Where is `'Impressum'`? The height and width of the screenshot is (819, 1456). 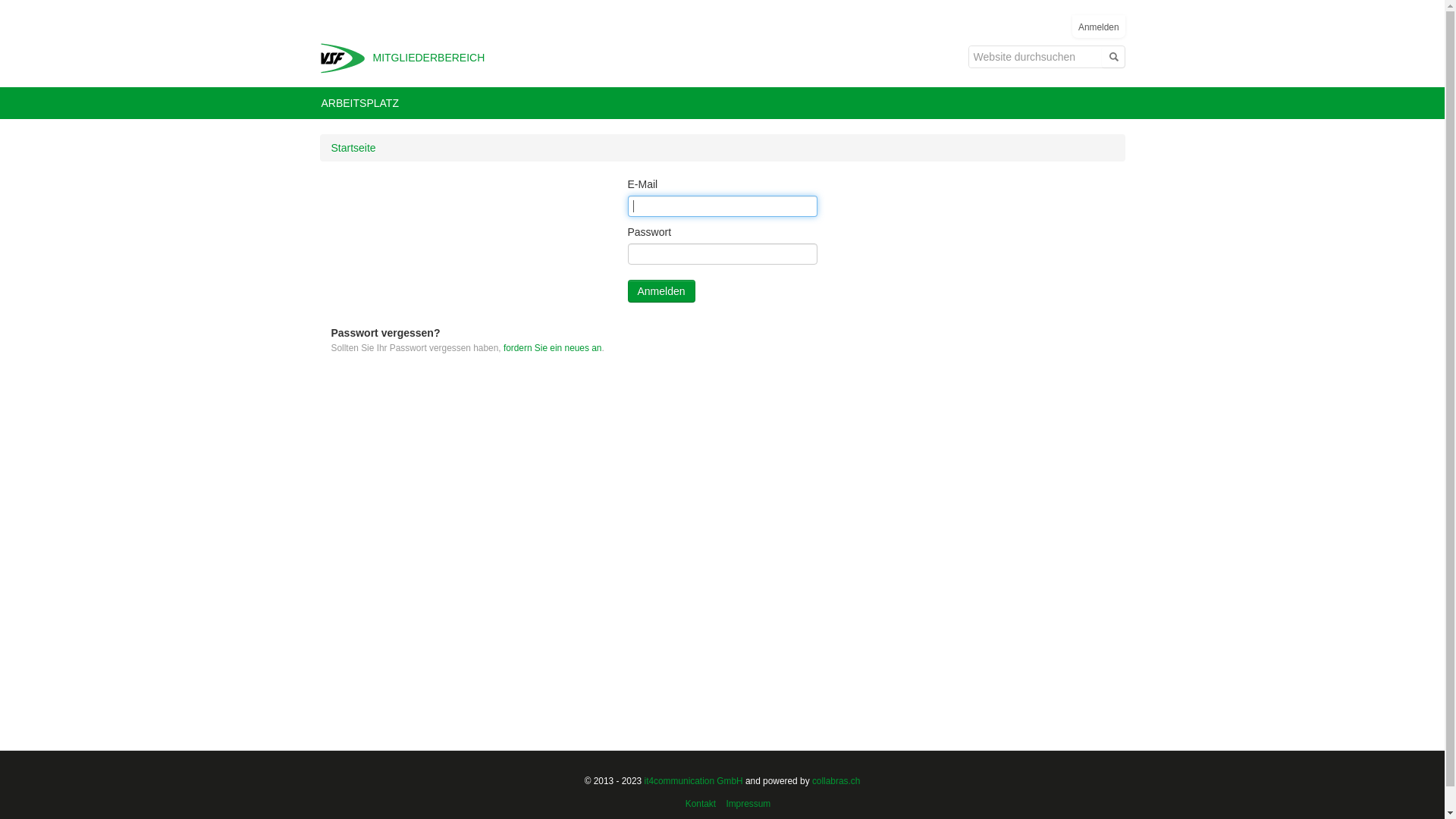 'Impressum' is located at coordinates (724, 803).